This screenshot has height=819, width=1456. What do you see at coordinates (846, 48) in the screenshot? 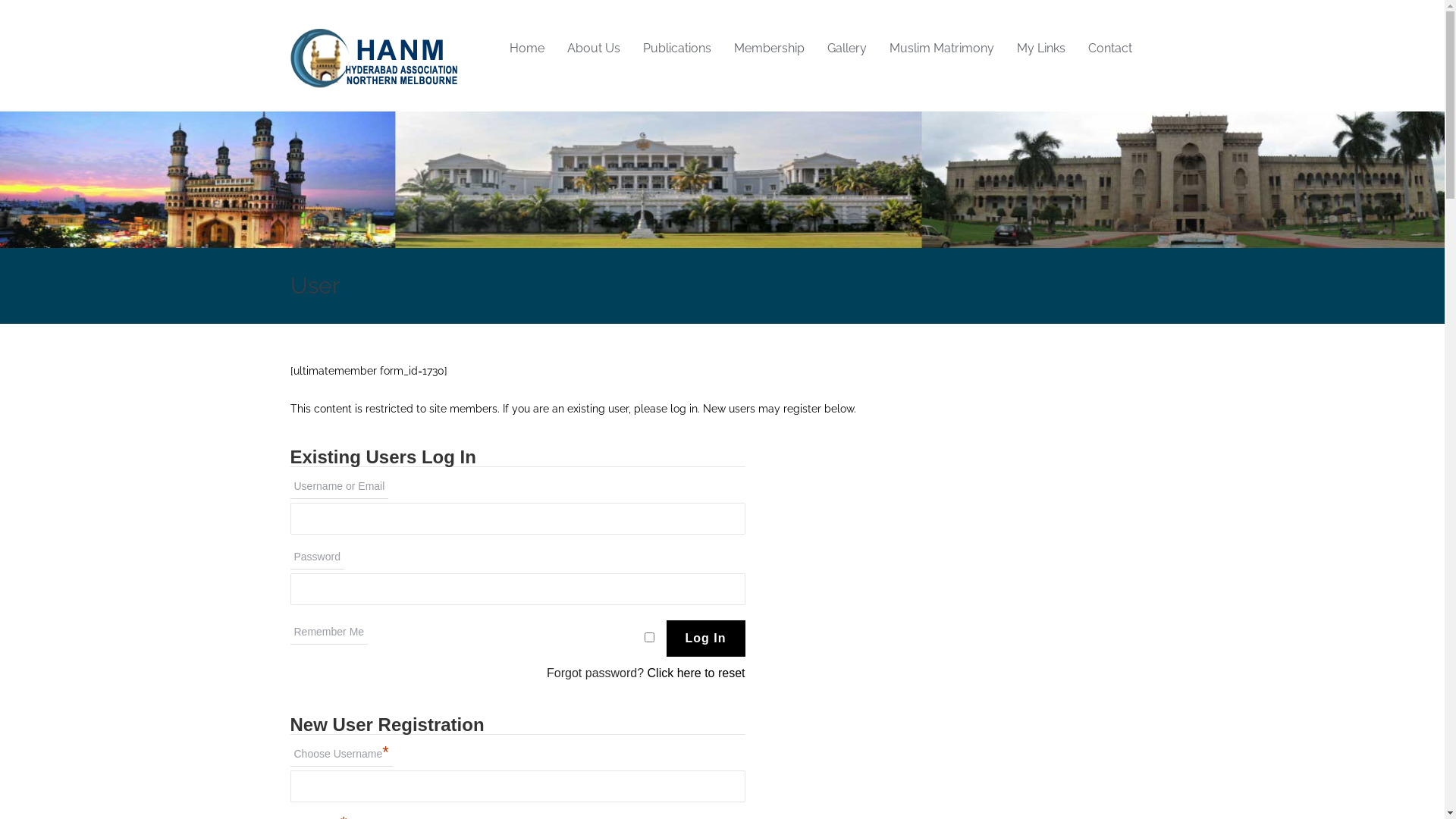
I see `'Gallery'` at bounding box center [846, 48].